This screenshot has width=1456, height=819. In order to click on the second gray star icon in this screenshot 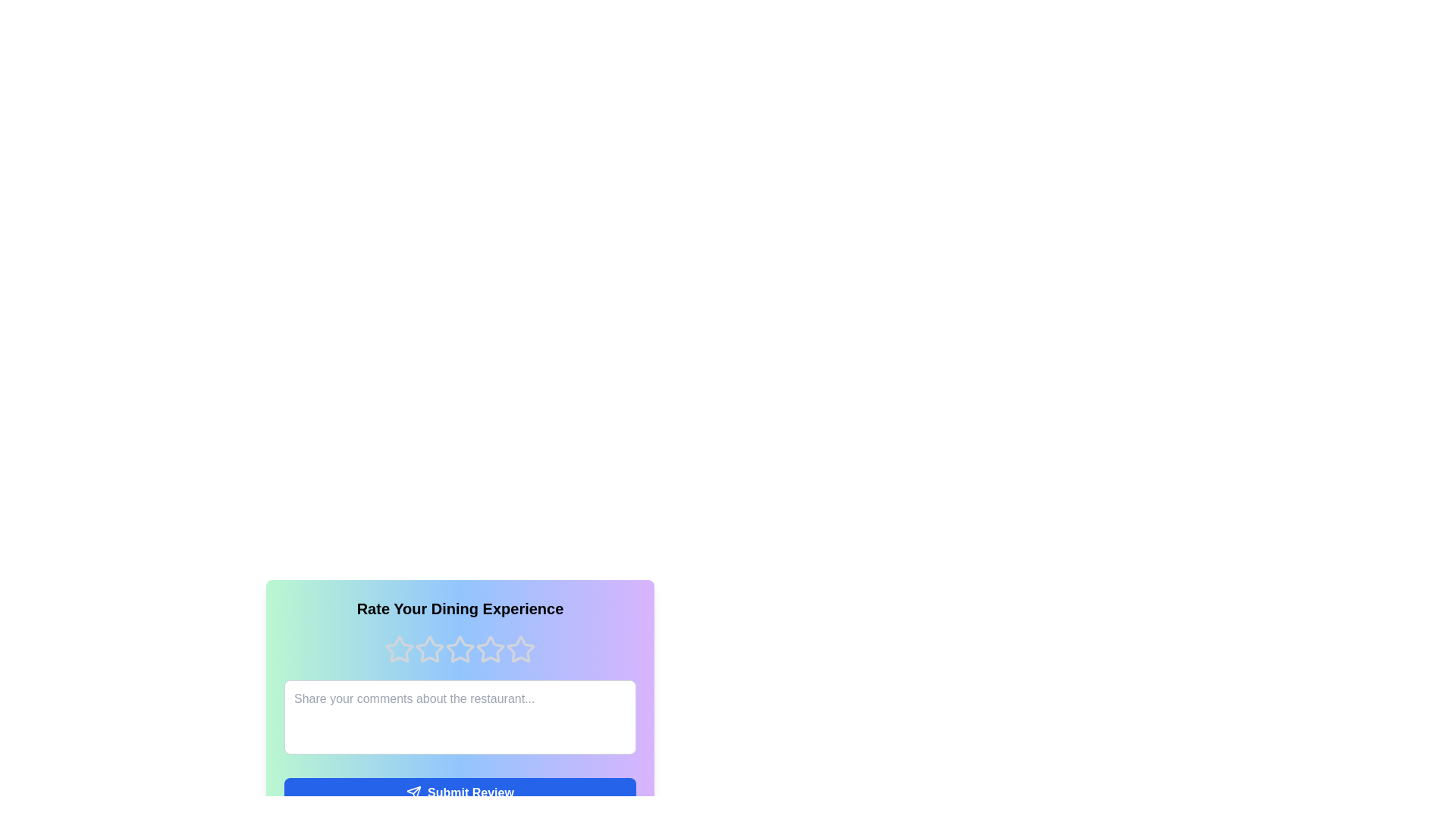, I will do `click(428, 648)`.